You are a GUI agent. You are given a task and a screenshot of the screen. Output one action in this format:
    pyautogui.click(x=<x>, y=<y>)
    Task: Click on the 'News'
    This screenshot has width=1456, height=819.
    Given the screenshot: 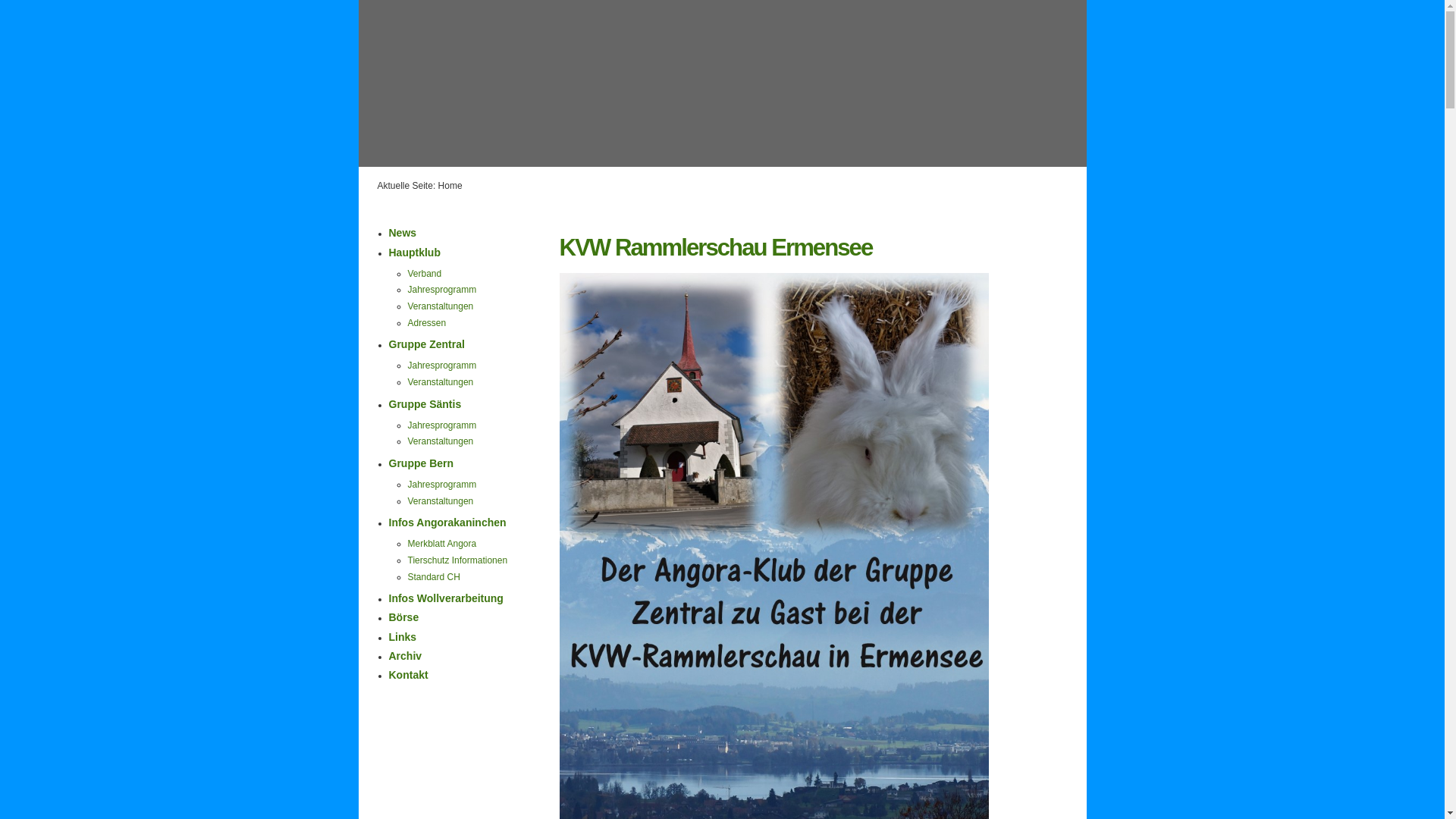 What is the action you would take?
    pyautogui.click(x=402, y=233)
    